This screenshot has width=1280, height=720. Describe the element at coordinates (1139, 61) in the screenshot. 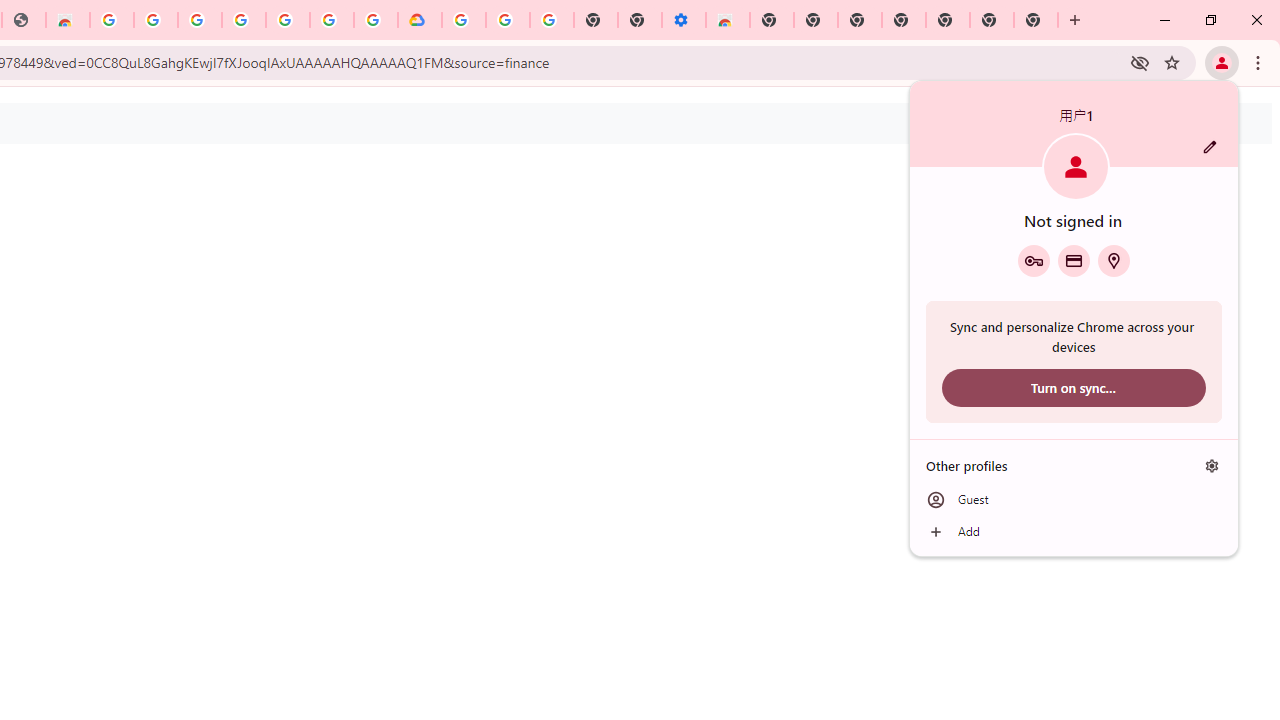

I see `'Third-party cookies blocked'` at that location.